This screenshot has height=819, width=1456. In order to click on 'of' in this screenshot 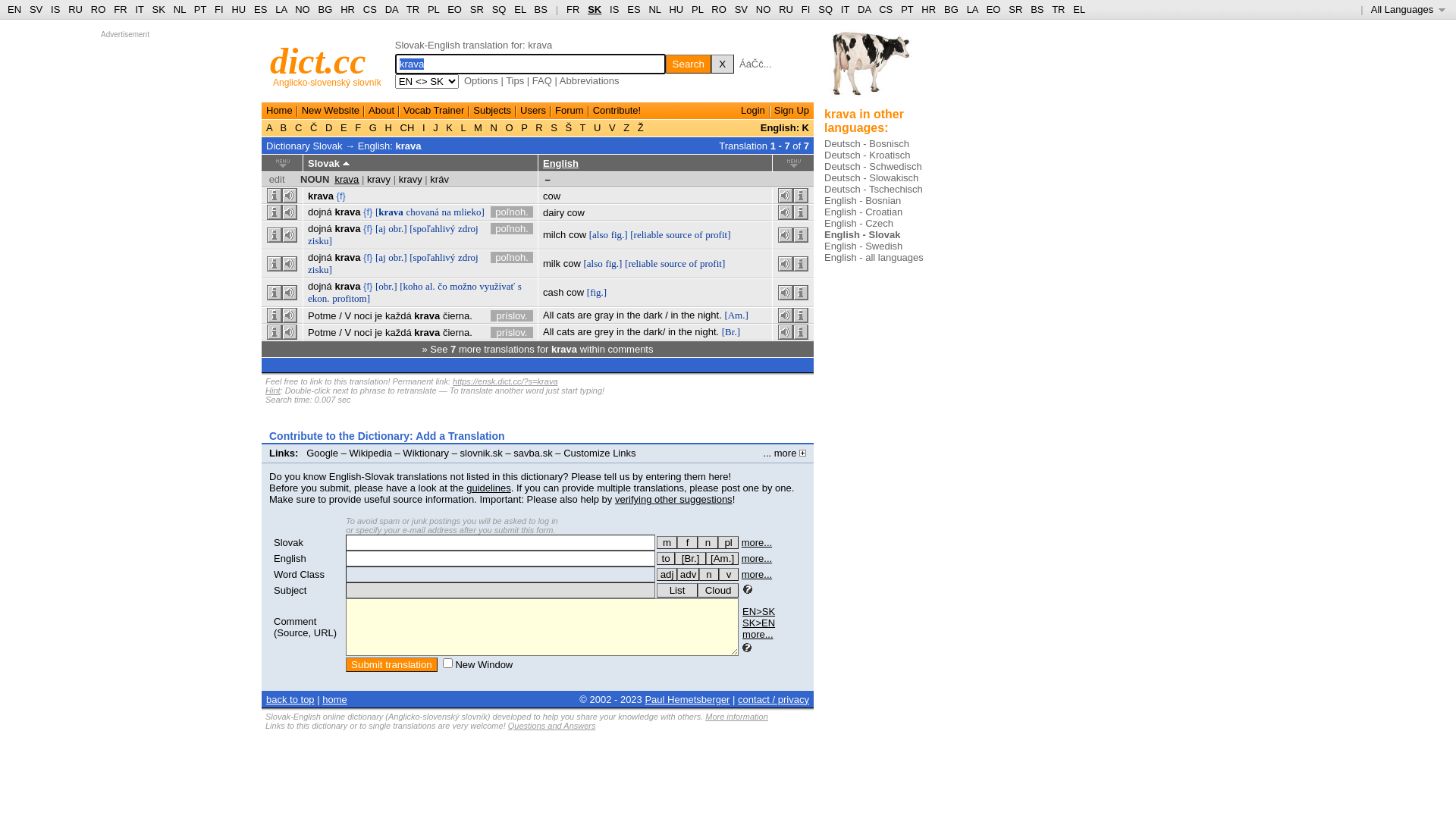, I will do `click(698, 234)`.